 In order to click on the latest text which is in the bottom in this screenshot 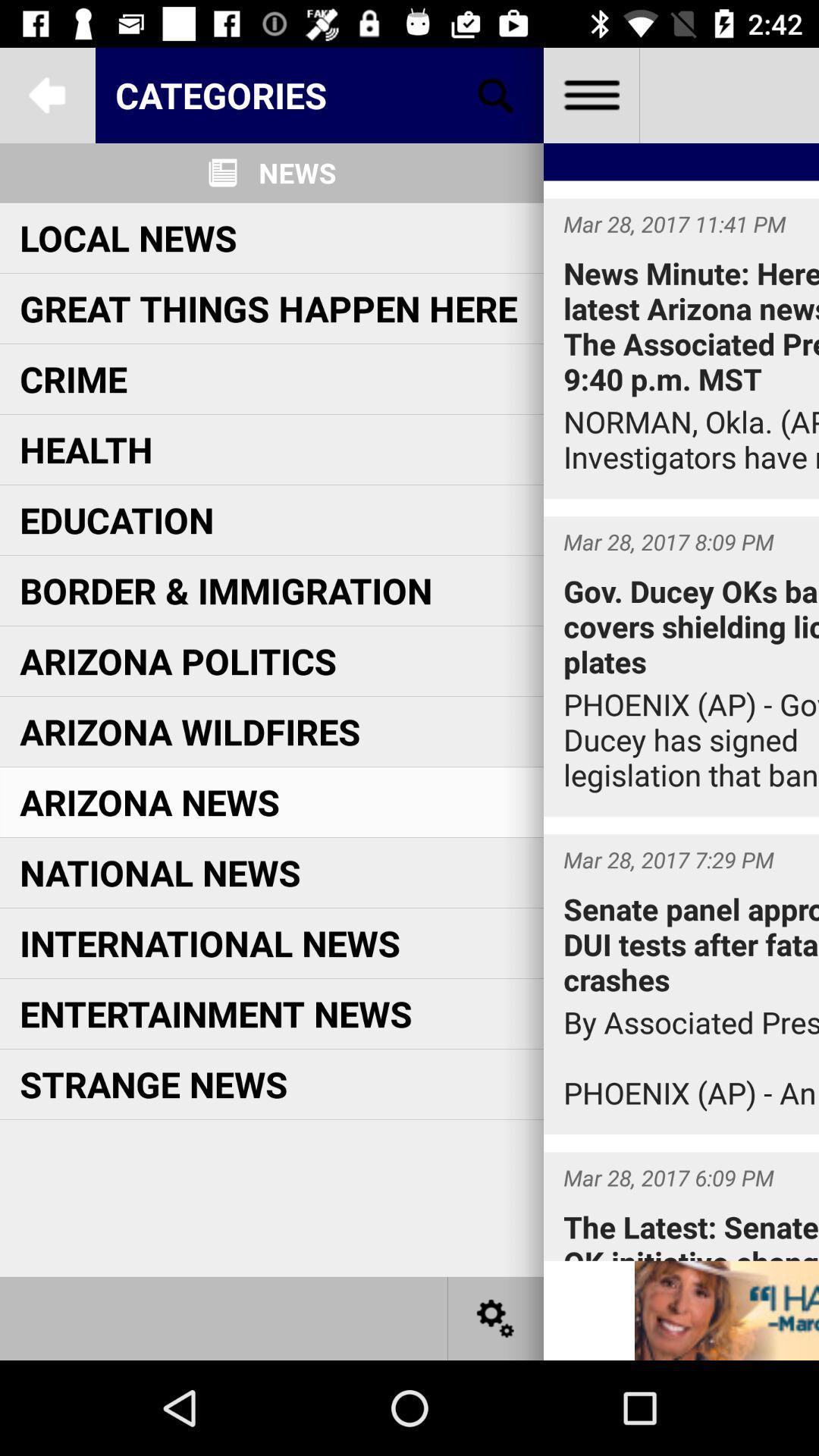, I will do `click(680, 1206)`.